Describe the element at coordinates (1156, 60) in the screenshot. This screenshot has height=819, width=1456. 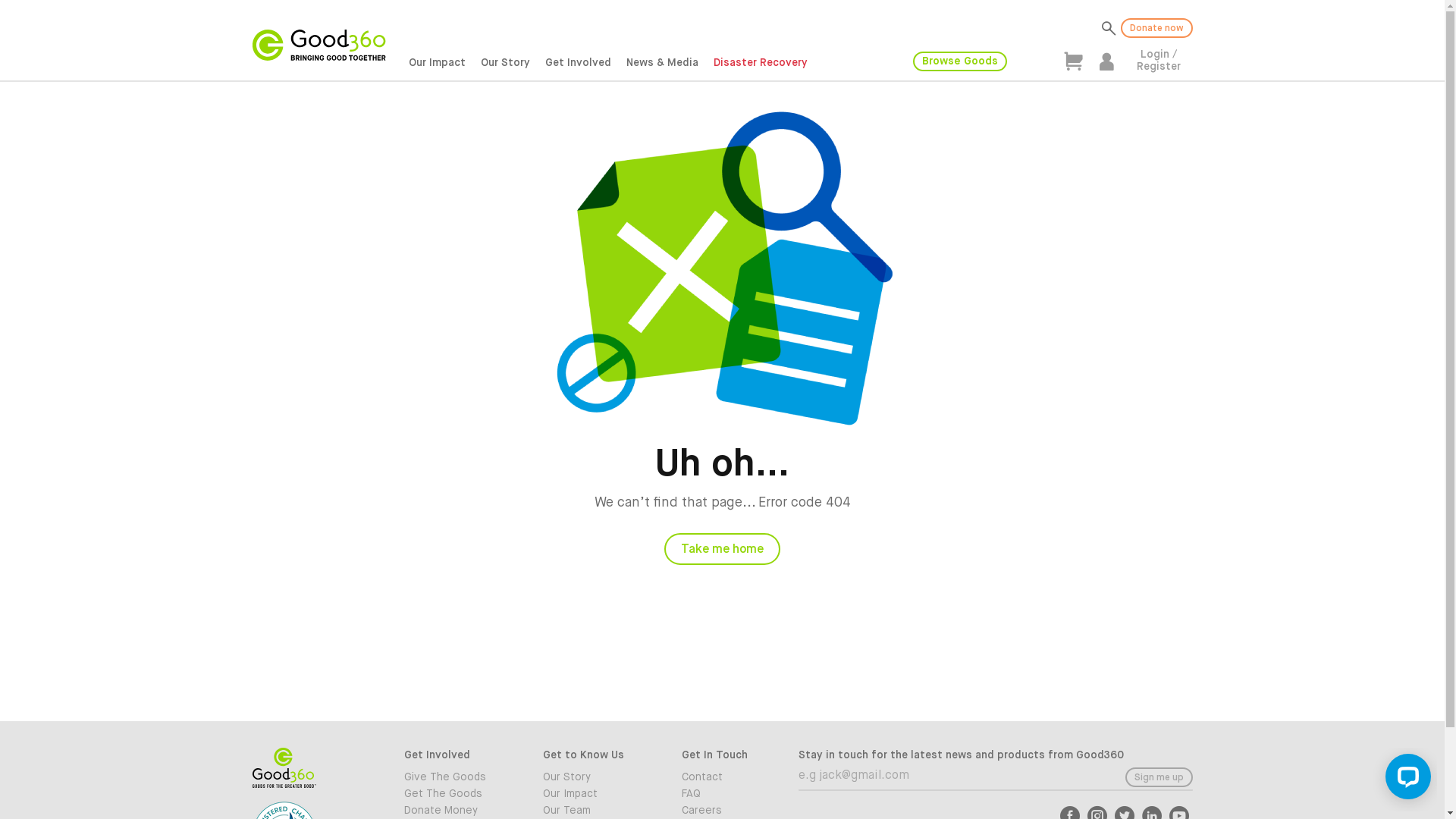
I see `'Login /` at that location.